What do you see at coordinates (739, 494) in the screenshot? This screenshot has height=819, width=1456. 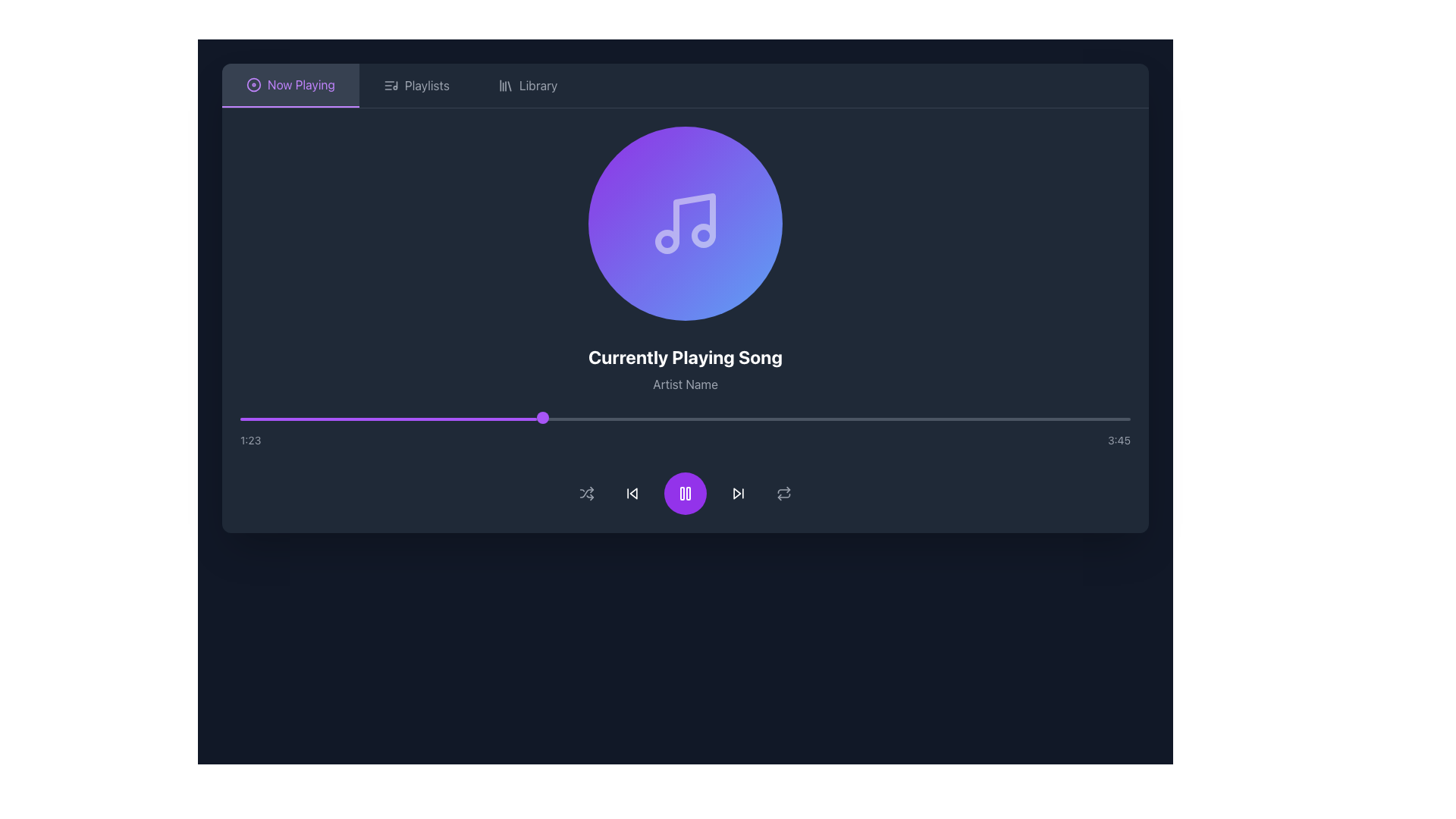 I see `the 'next track' button, which is located to the right of the central play/pause button in the media player control bar` at bounding box center [739, 494].